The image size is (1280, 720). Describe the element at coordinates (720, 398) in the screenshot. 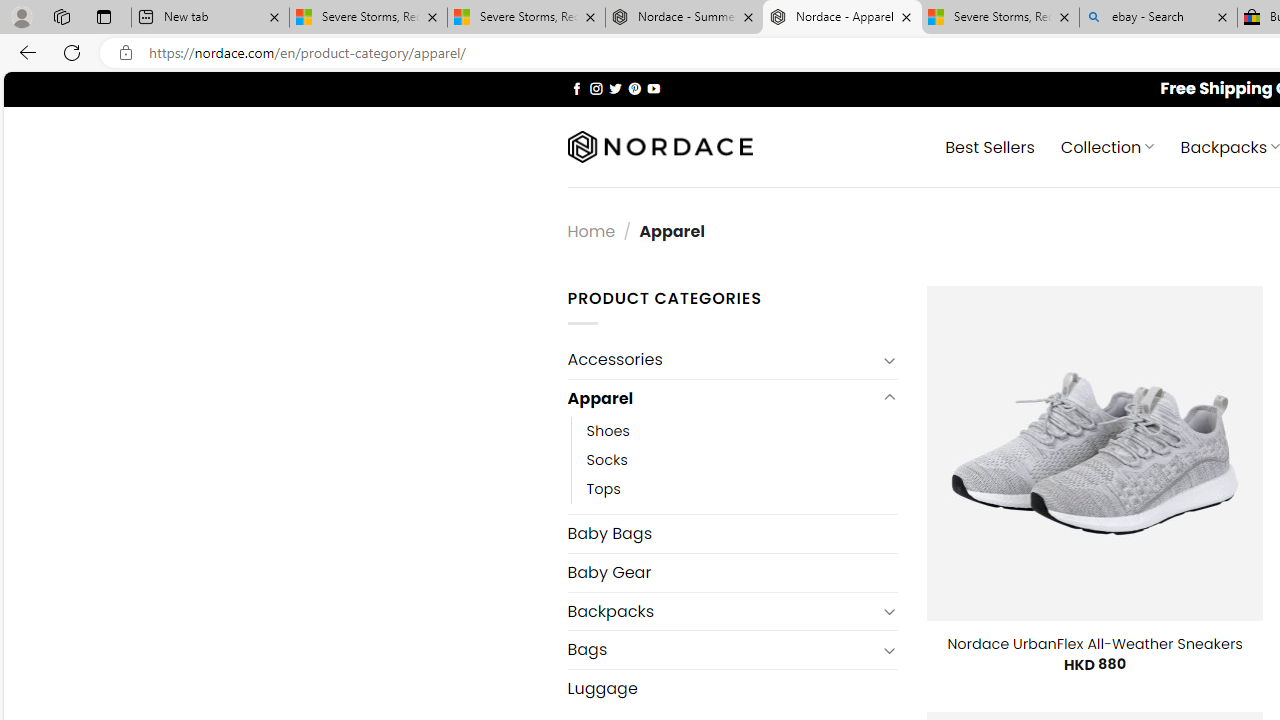

I see `'Apparel'` at that location.